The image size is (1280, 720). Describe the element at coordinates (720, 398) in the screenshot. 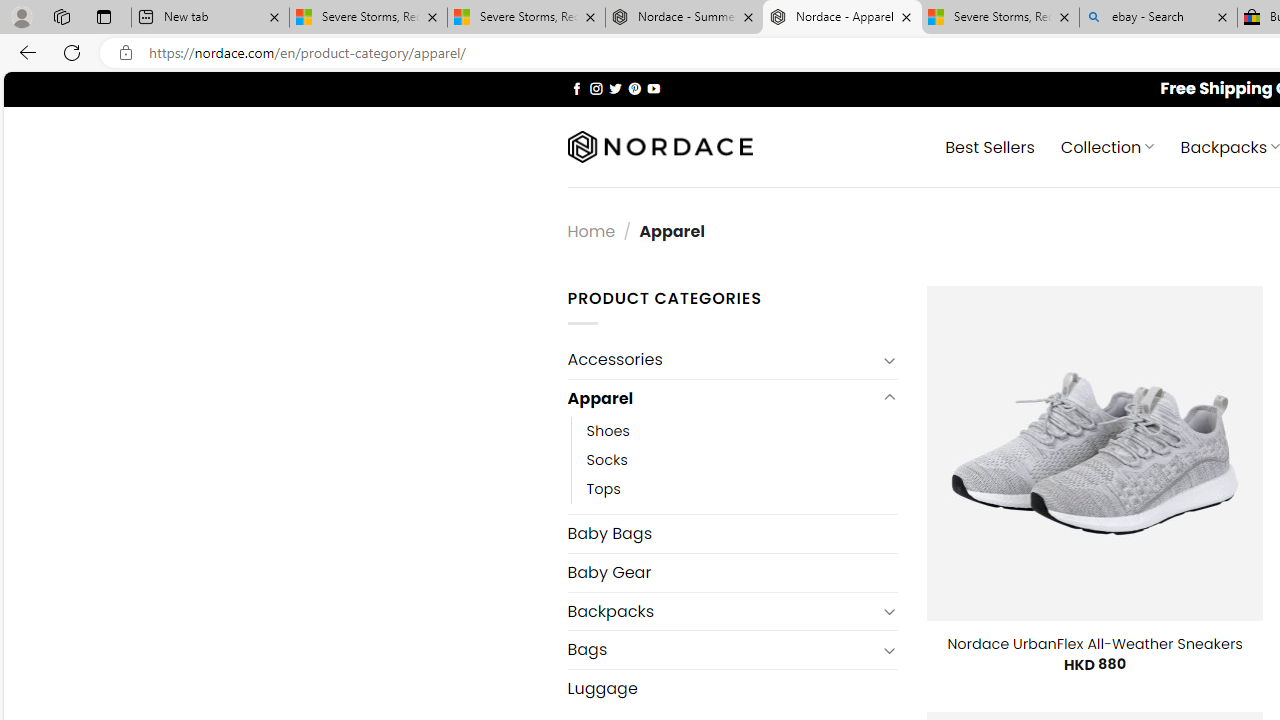

I see `'Apparel'` at that location.